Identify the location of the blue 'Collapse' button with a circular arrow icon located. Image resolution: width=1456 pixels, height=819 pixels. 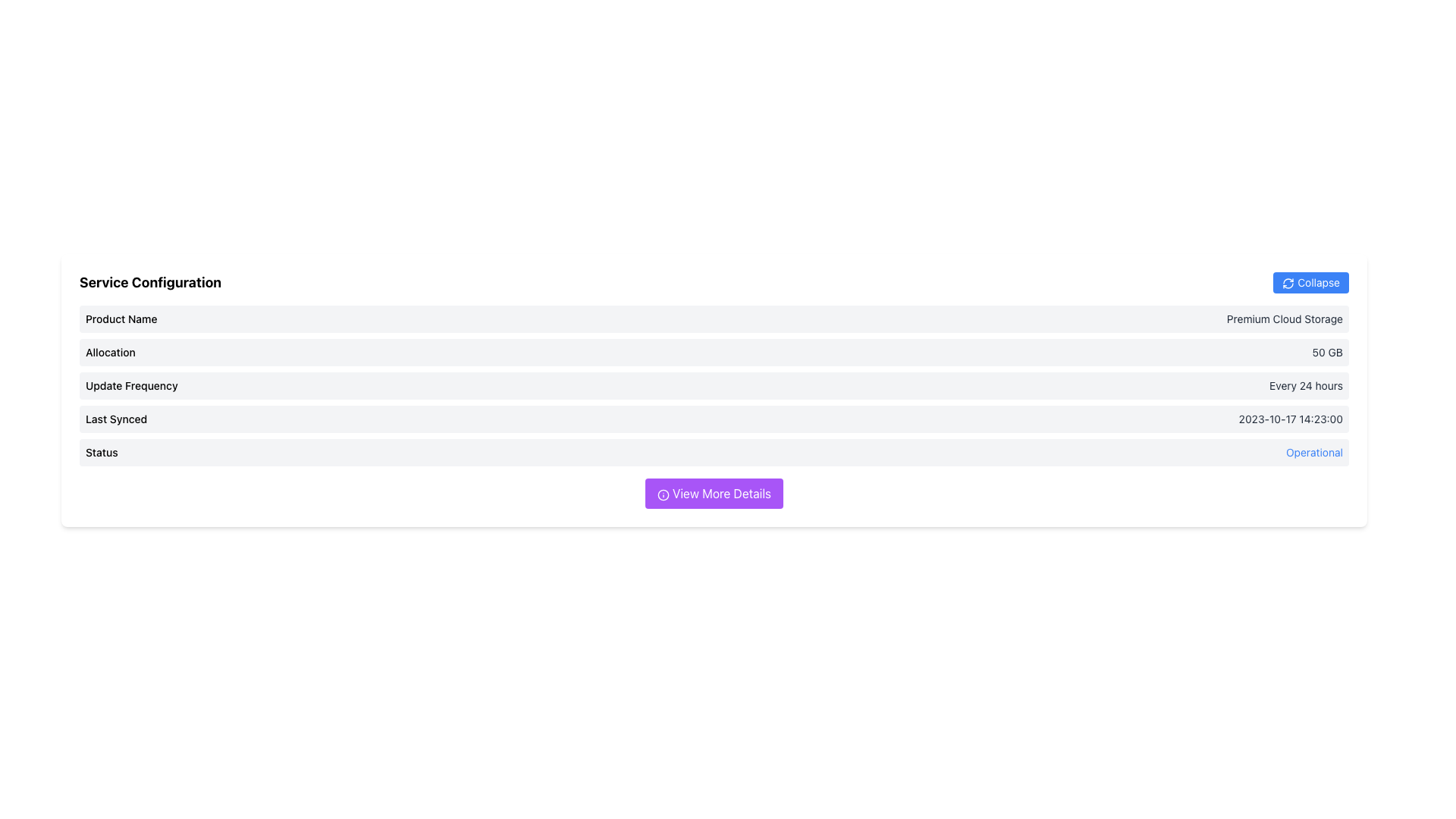
(1310, 283).